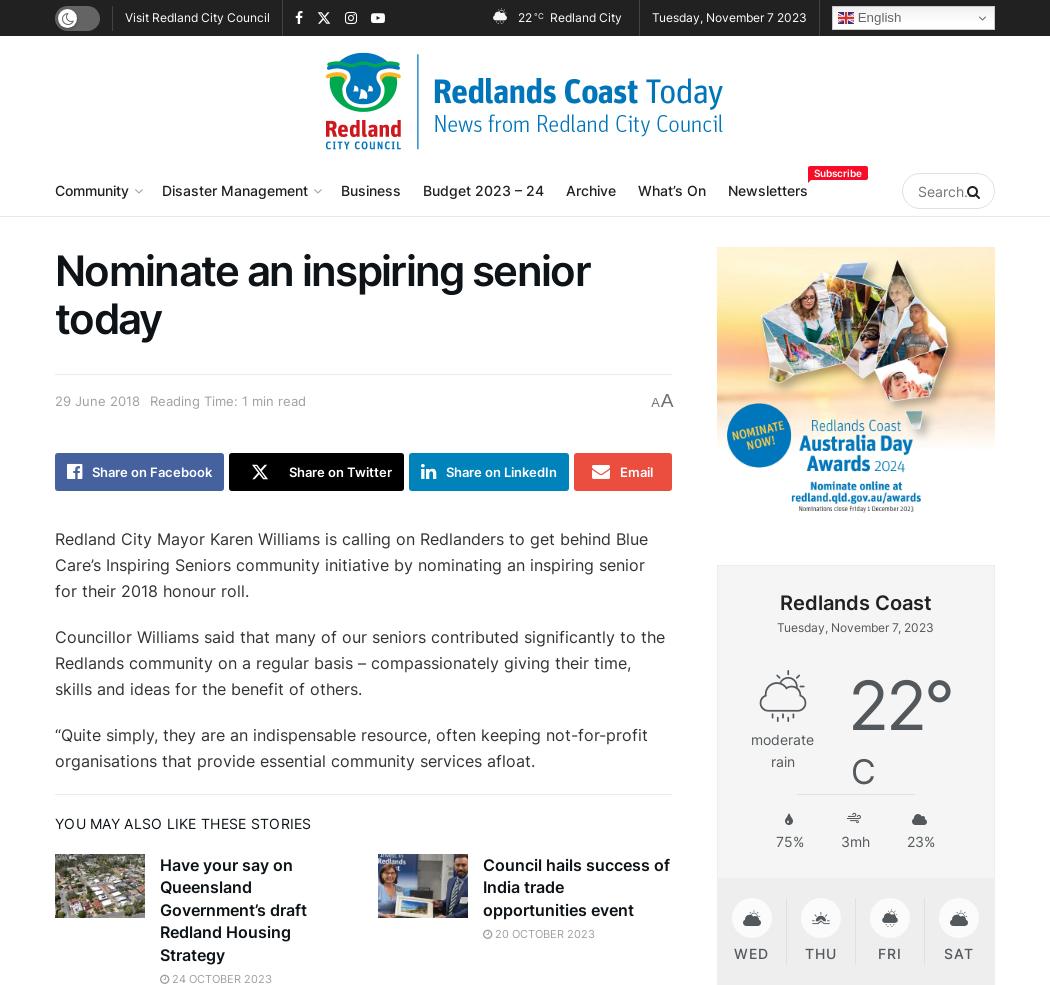  I want to click on 'Share on LinkedIn', so click(500, 470).